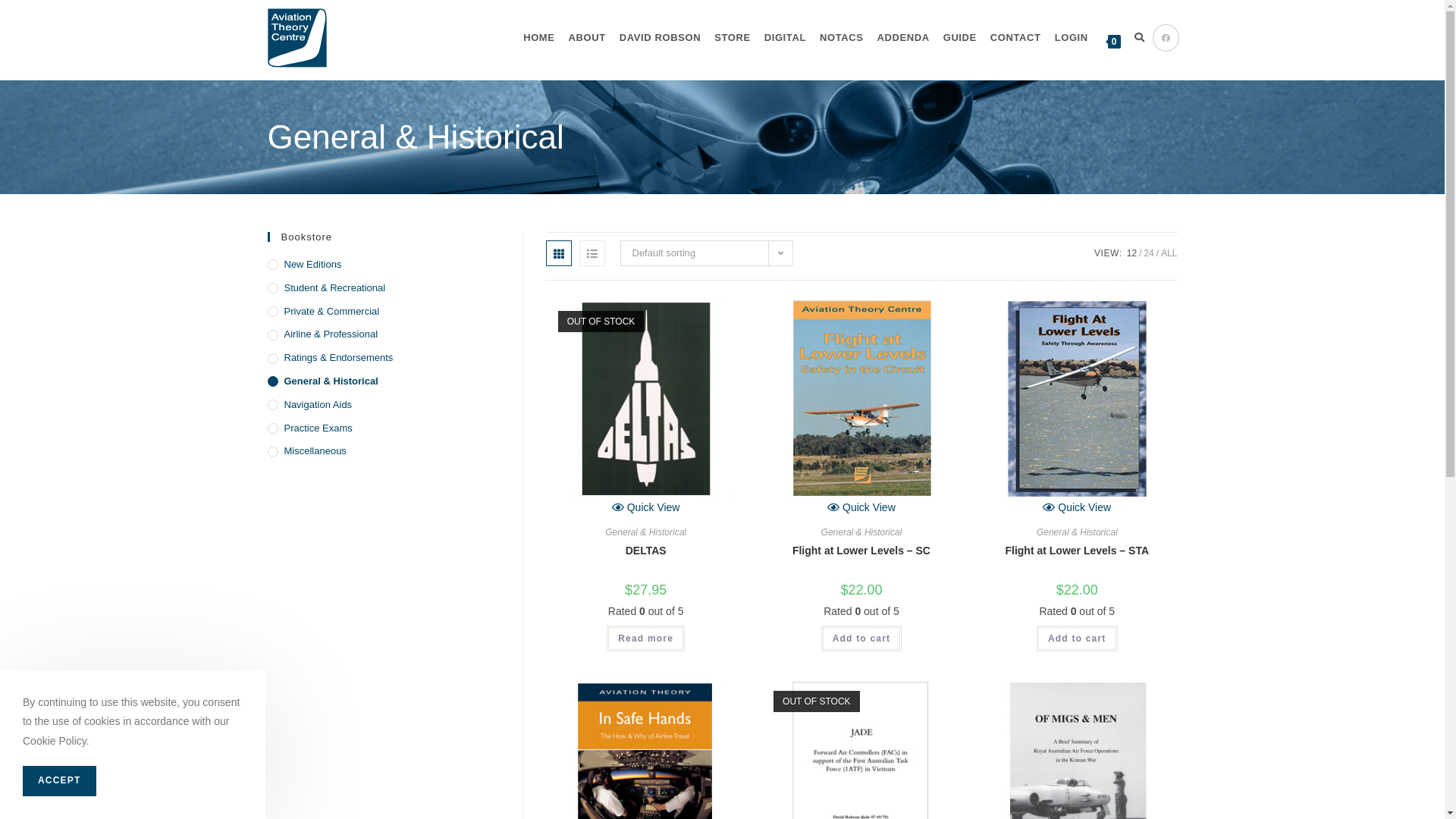 The width and height of the screenshot is (1456, 819). Describe the element at coordinates (266, 450) in the screenshot. I see `'Miscellaneous'` at that location.